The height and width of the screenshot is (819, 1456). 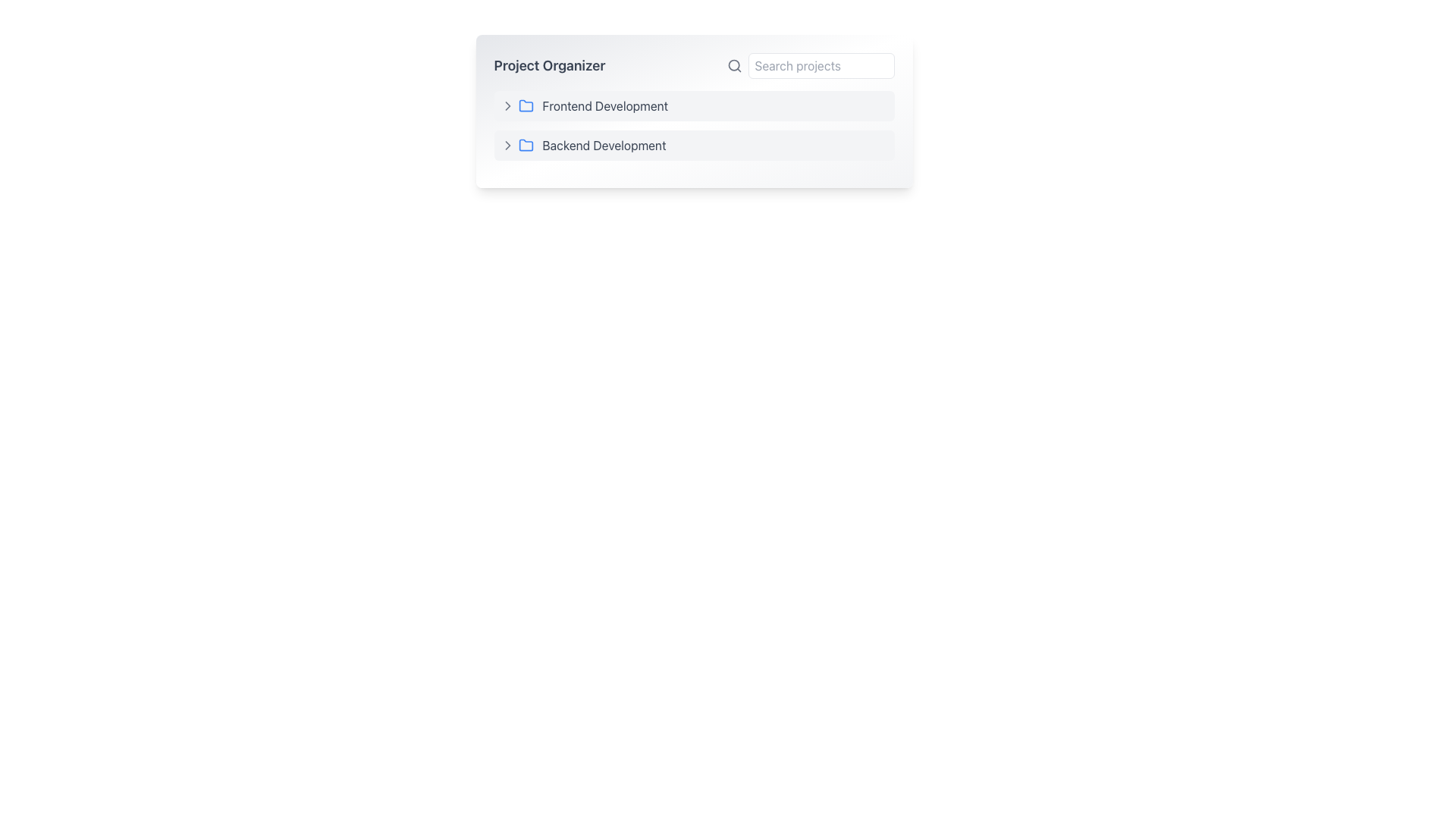 I want to click on the rightward chevron icon adjacent to the text 'Backend Development', so click(x=507, y=146).